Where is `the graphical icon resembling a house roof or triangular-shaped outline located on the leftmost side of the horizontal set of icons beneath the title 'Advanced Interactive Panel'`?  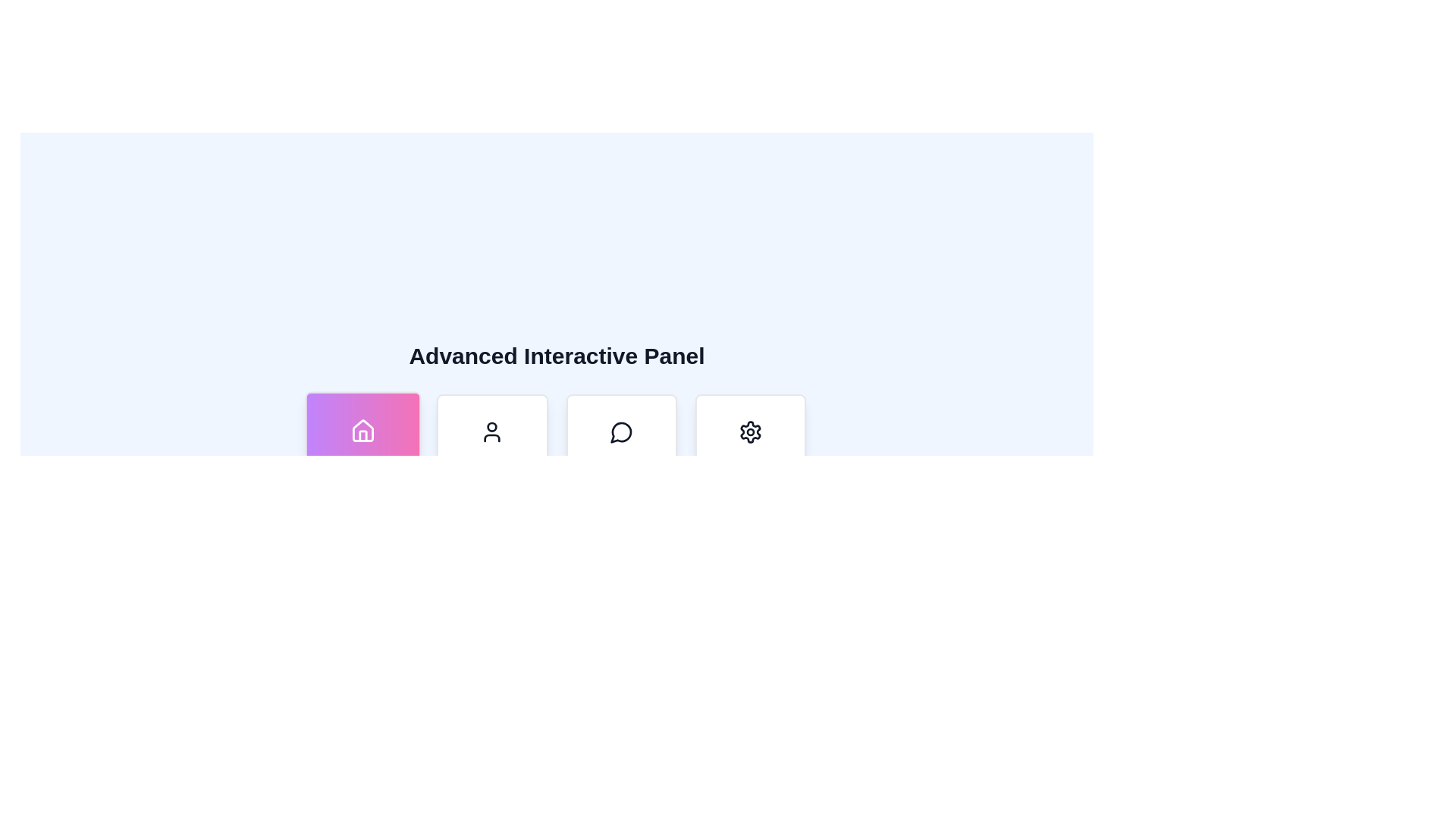 the graphical icon resembling a house roof or triangular-shaped outline located on the leftmost side of the horizontal set of icons beneath the title 'Advanced Interactive Panel' is located at coordinates (362, 431).